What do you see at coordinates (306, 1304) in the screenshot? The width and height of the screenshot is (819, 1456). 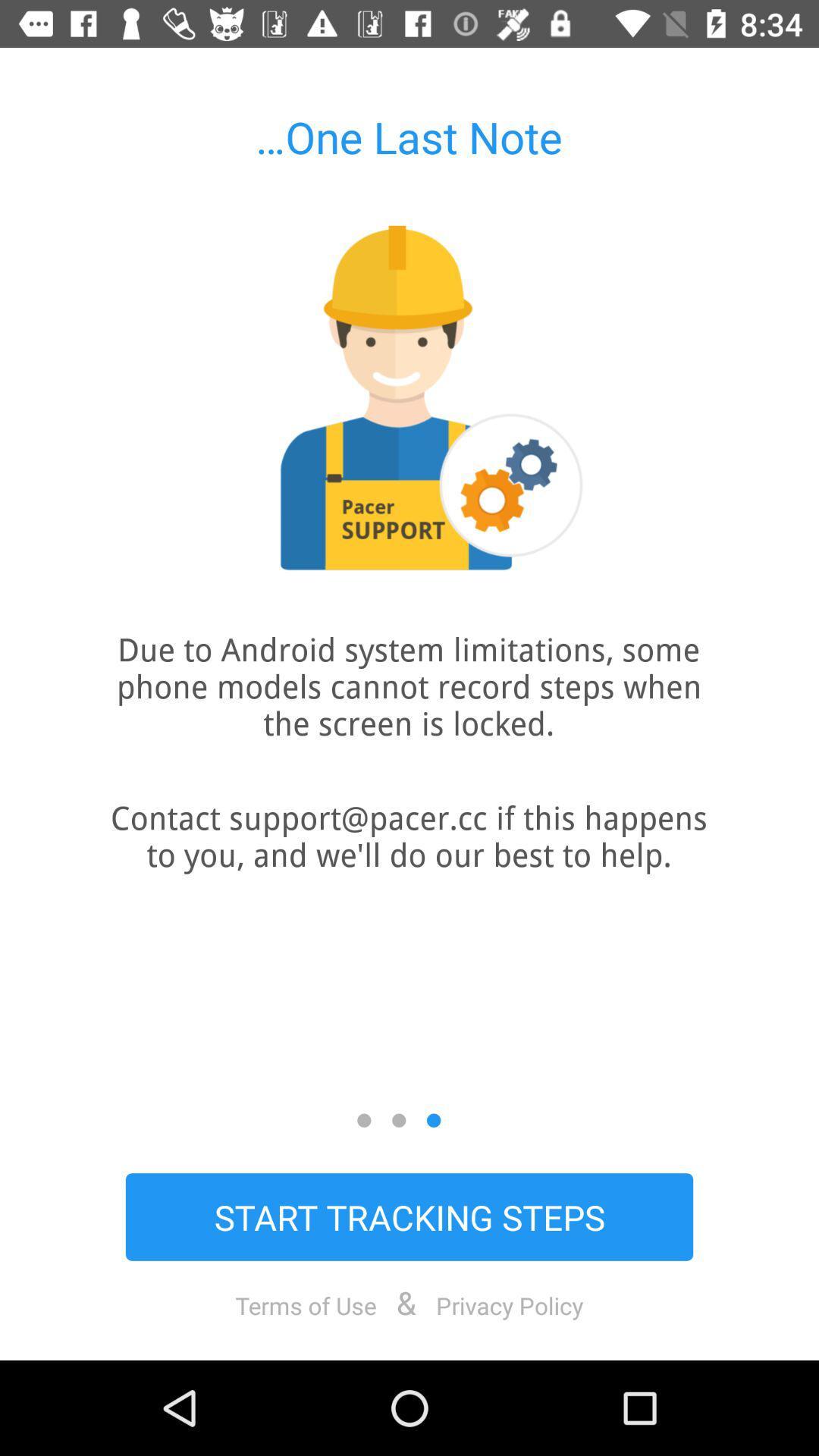 I see `icon below start tracking steps icon` at bounding box center [306, 1304].